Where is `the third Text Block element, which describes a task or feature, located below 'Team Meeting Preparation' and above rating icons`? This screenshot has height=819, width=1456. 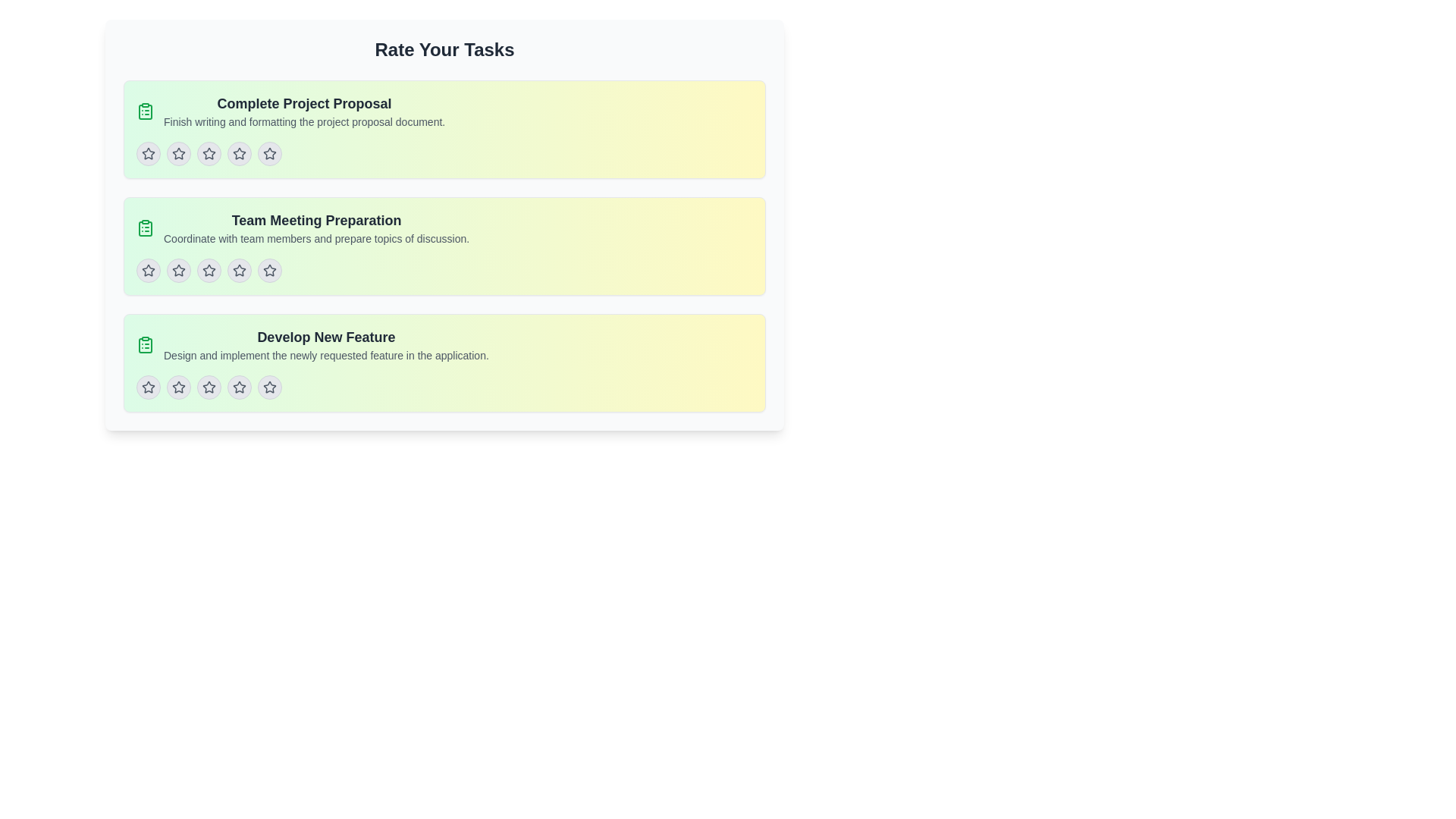
the third Text Block element, which describes a task or feature, located below 'Team Meeting Preparation' and above rating icons is located at coordinates (325, 345).